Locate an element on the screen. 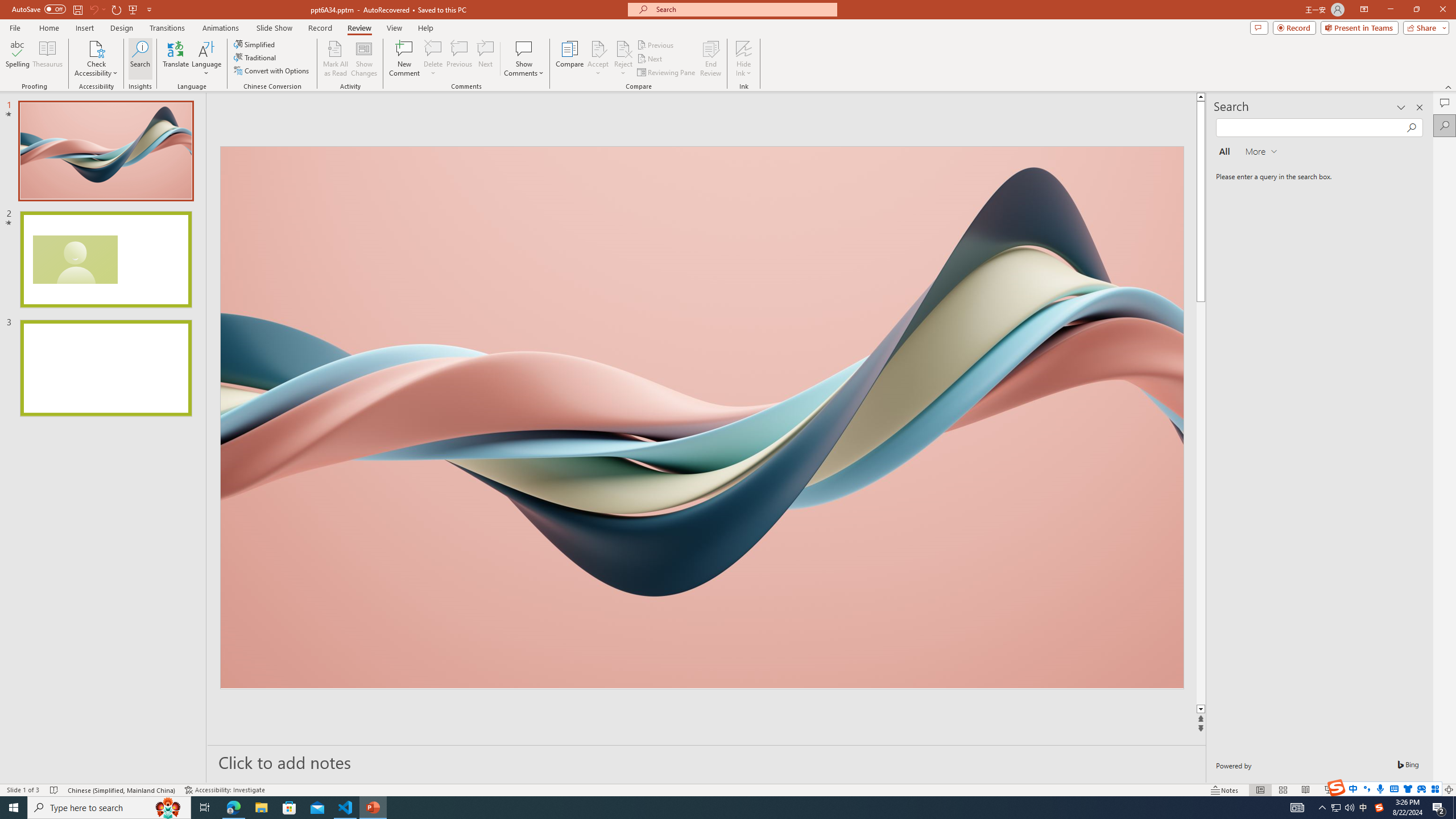 The image size is (1456, 819). 'Traditional' is located at coordinates (255, 56).